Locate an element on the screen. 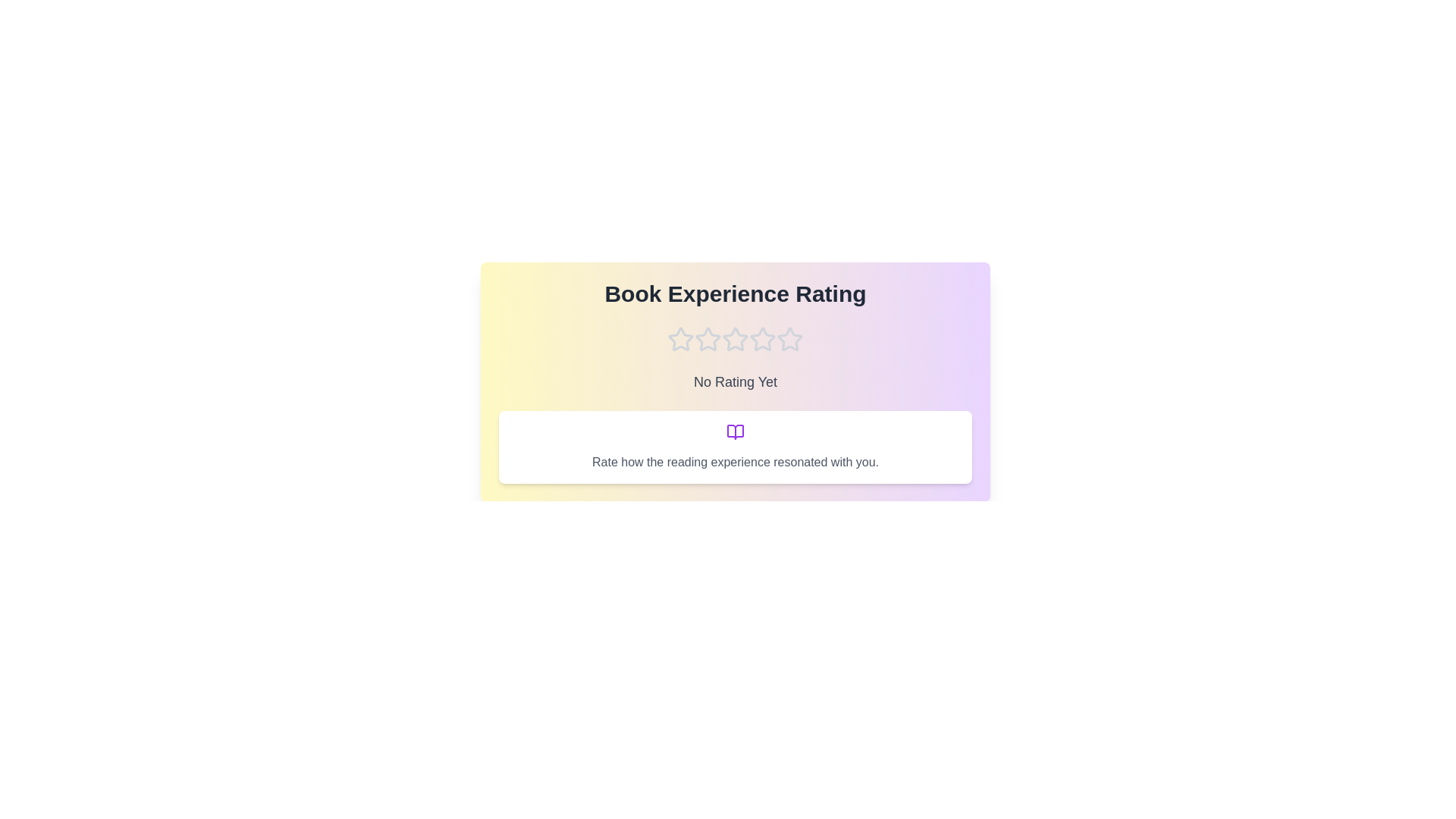 This screenshot has width=1456, height=819. the star corresponding to 1 stars to preview the rating description is located at coordinates (679, 338).